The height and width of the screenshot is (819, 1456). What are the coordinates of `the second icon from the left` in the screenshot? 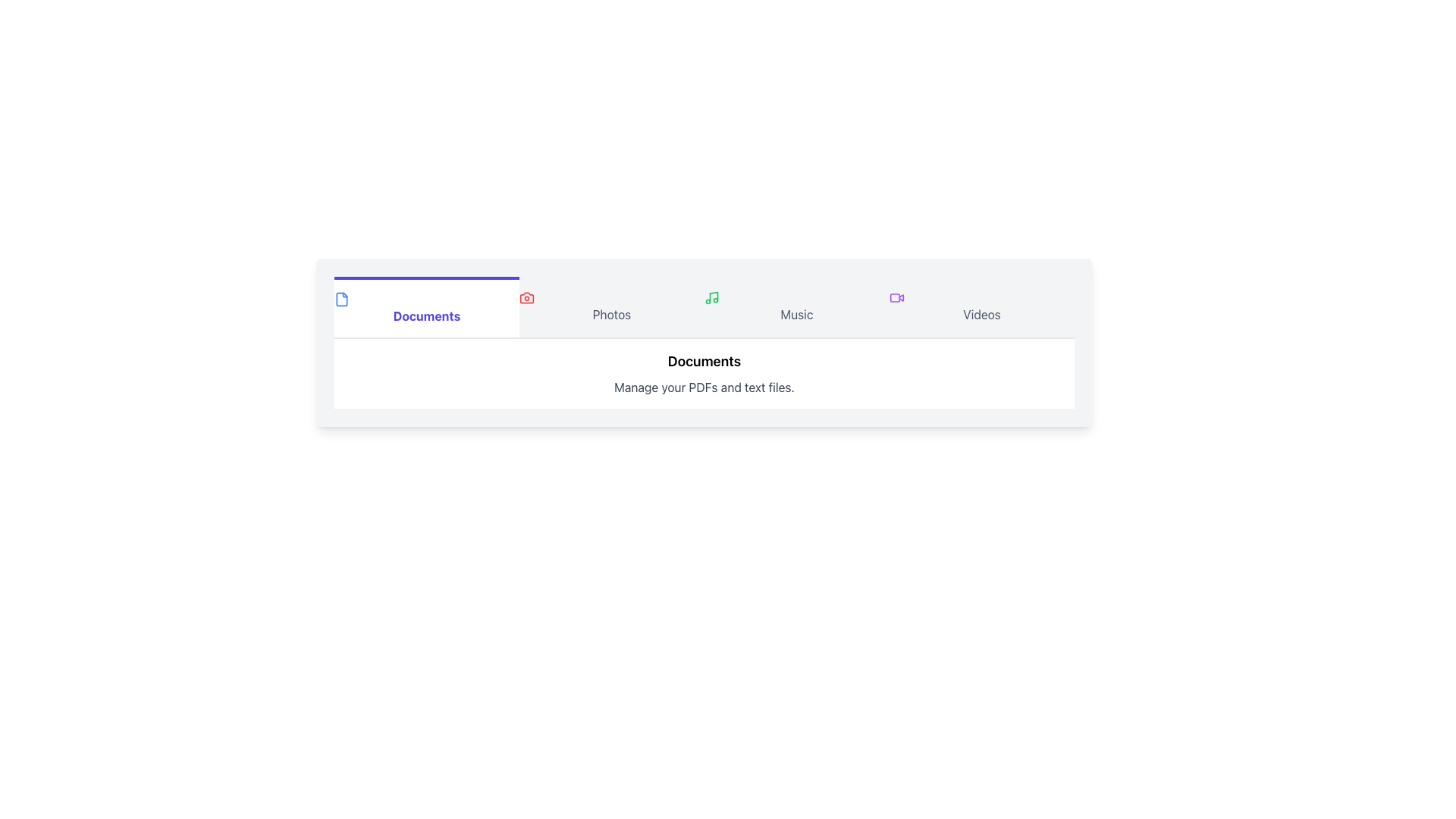 It's located at (527, 298).